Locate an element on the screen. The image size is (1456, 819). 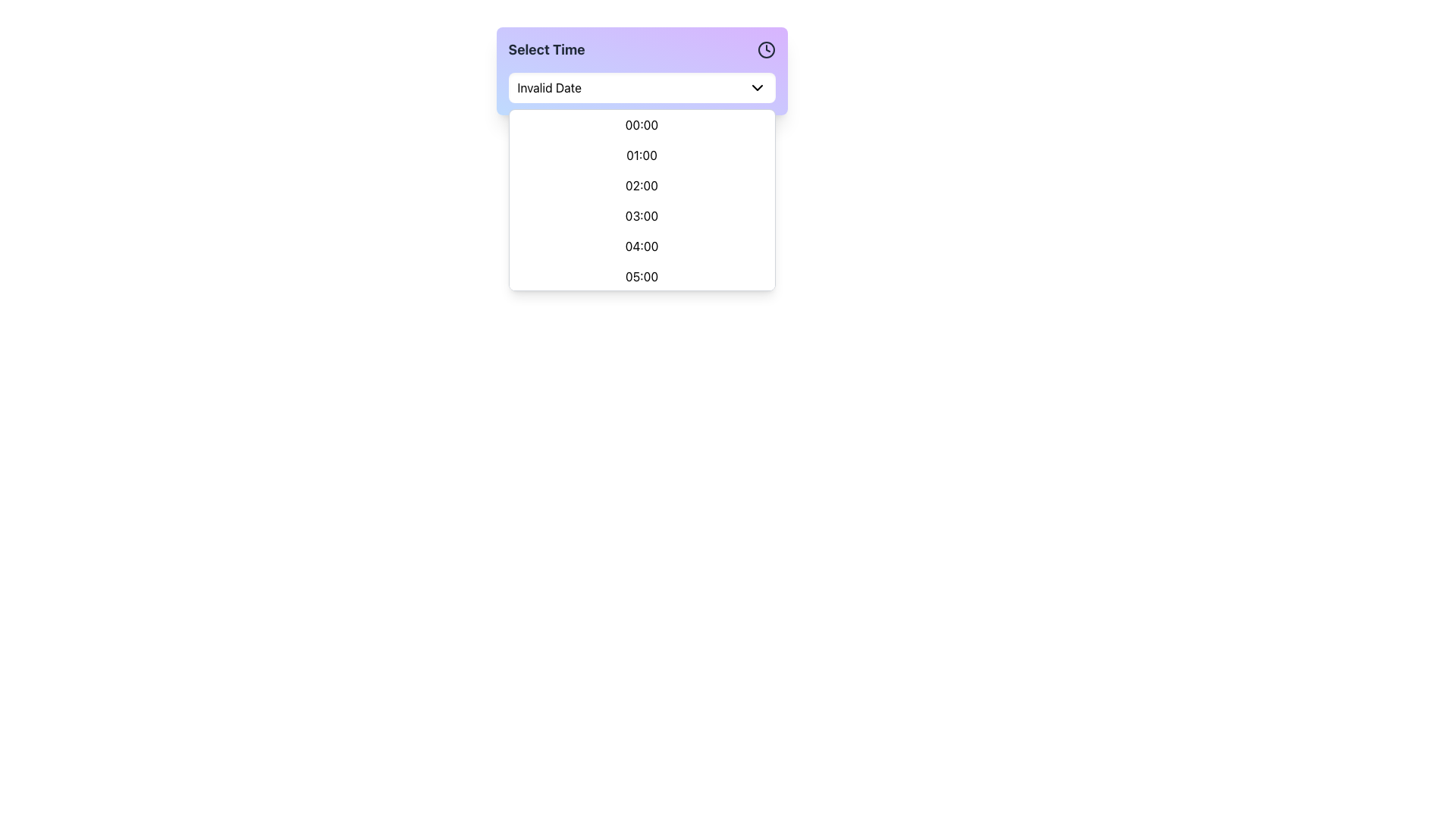
the dropdown menu located at the top center of the first interactive card in the list is located at coordinates (642, 71).